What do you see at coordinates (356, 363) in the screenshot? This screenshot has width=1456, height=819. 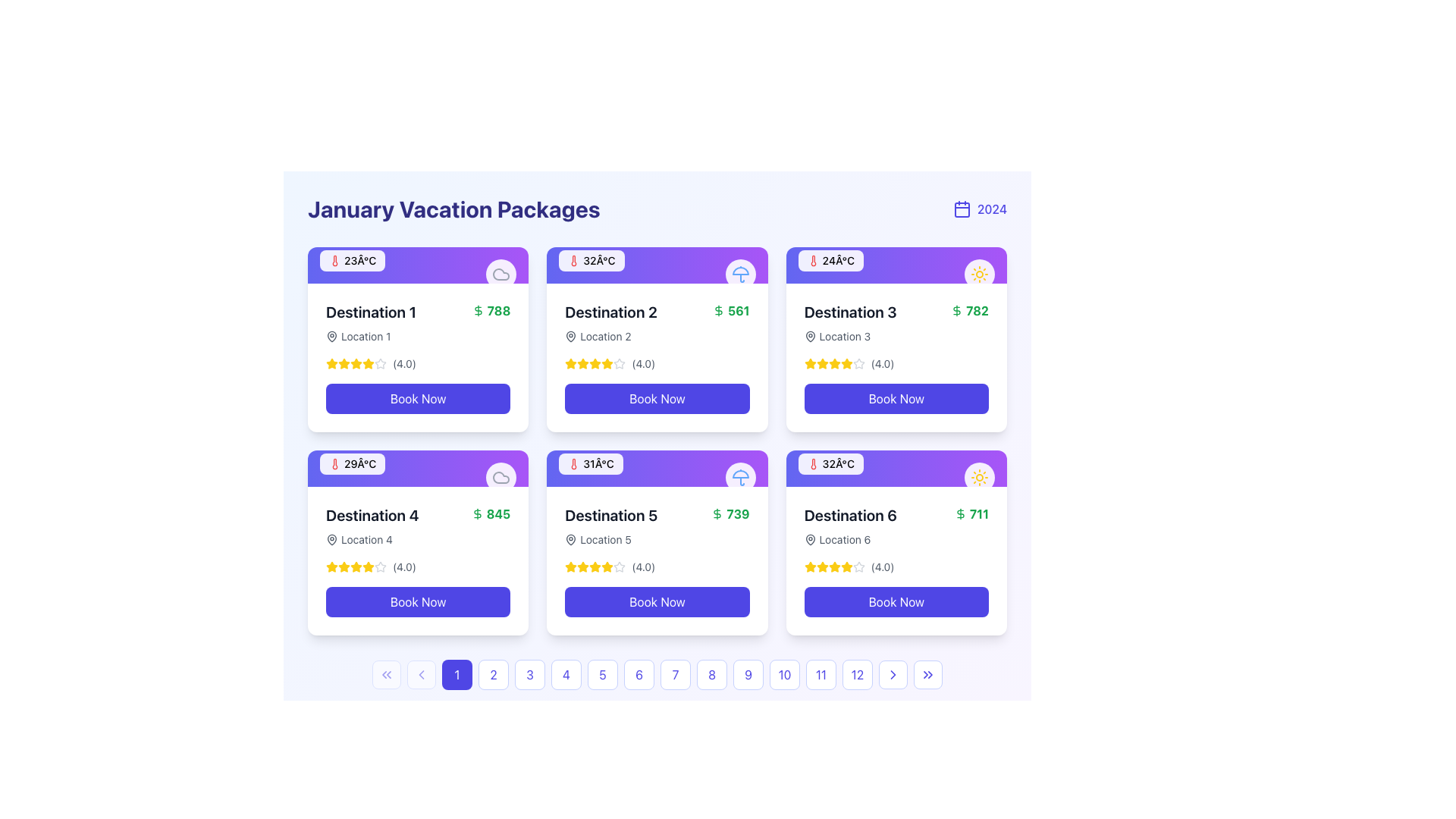 I see `the fourth yellow star icon in the rating system for 'Destination 1'` at bounding box center [356, 363].